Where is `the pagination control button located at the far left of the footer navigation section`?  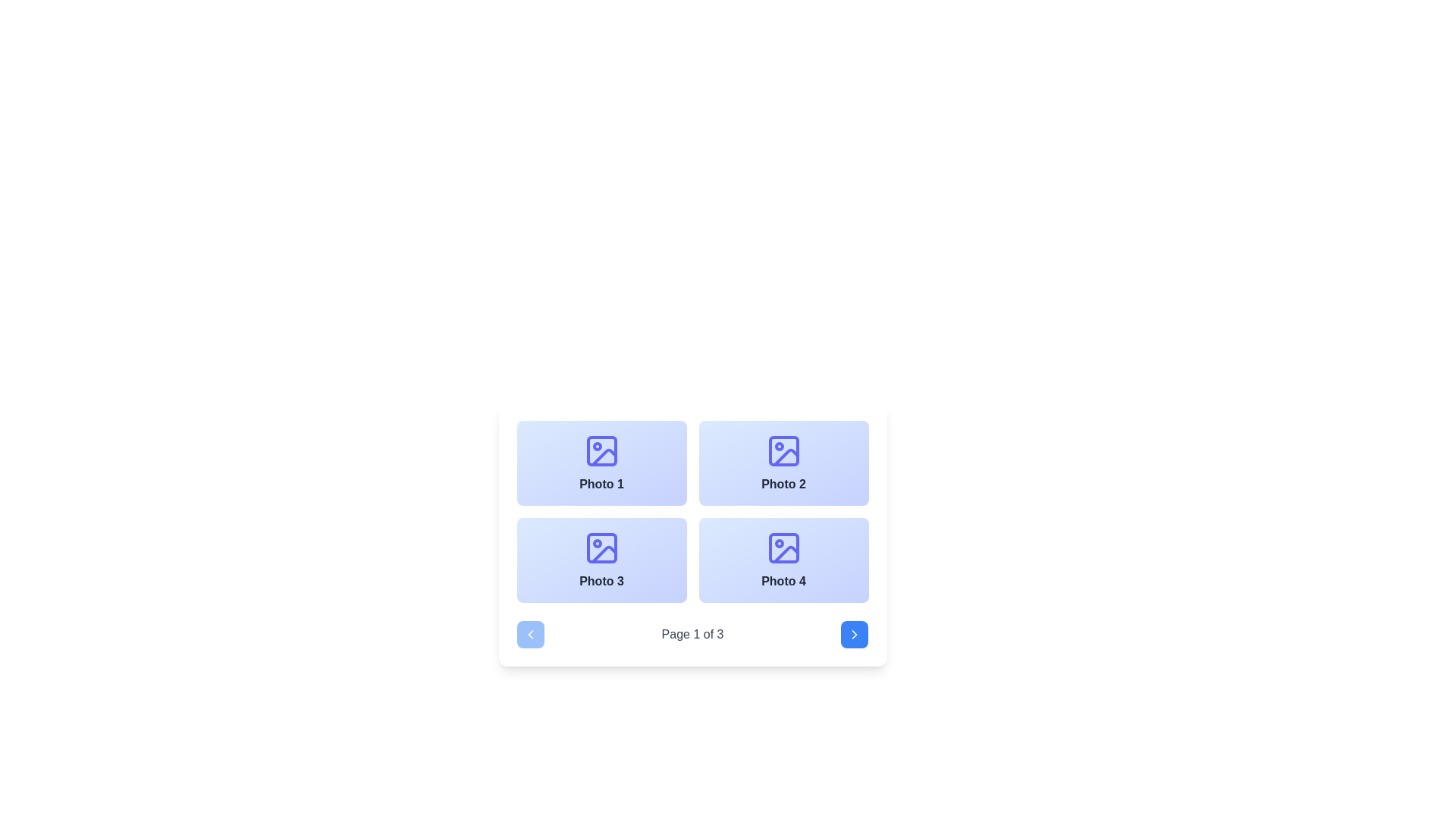 the pagination control button located at the far left of the footer navigation section is located at coordinates (530, 635).